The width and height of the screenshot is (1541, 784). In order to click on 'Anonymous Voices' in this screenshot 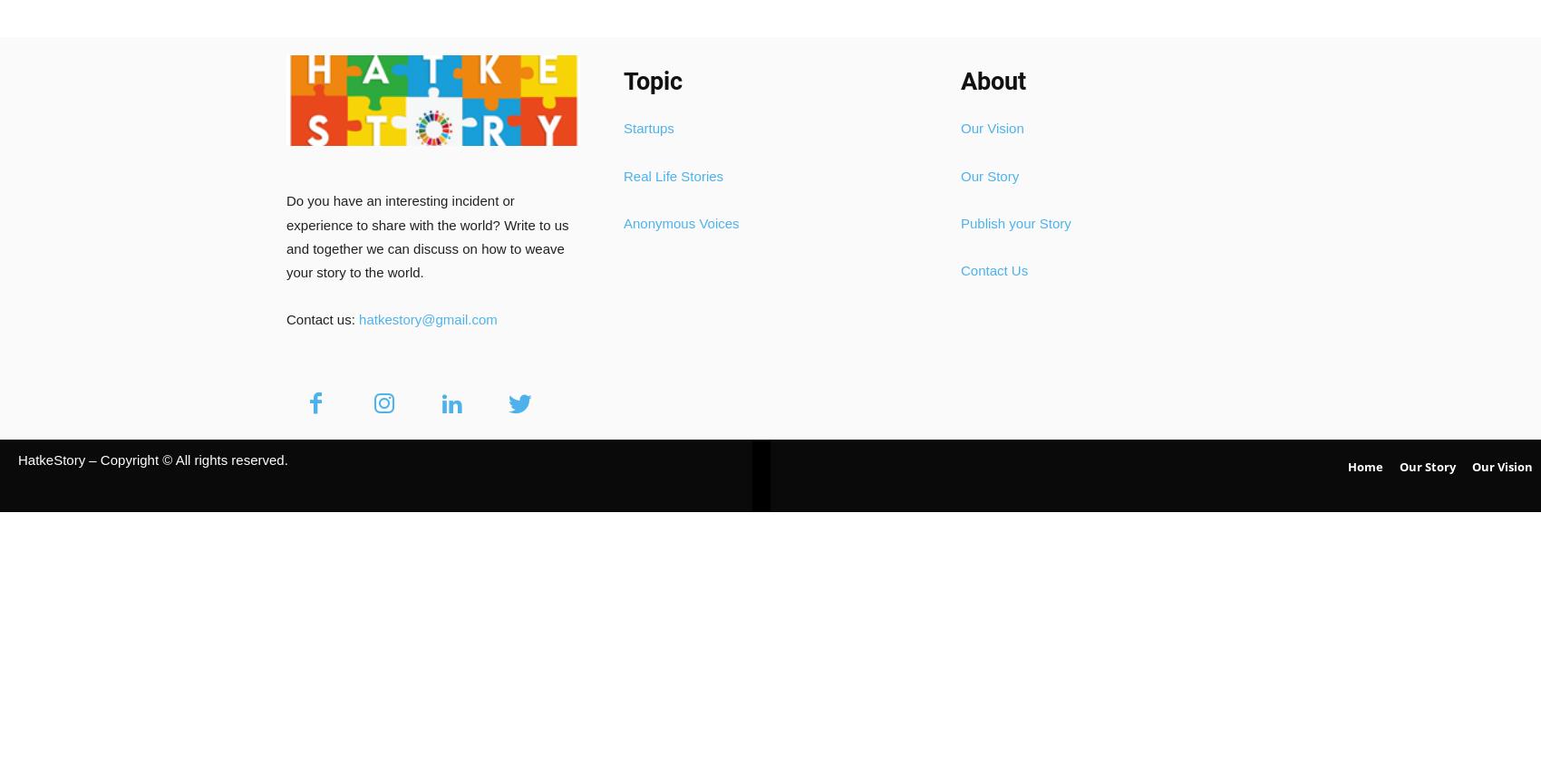, I will do `click(680, 221)`.